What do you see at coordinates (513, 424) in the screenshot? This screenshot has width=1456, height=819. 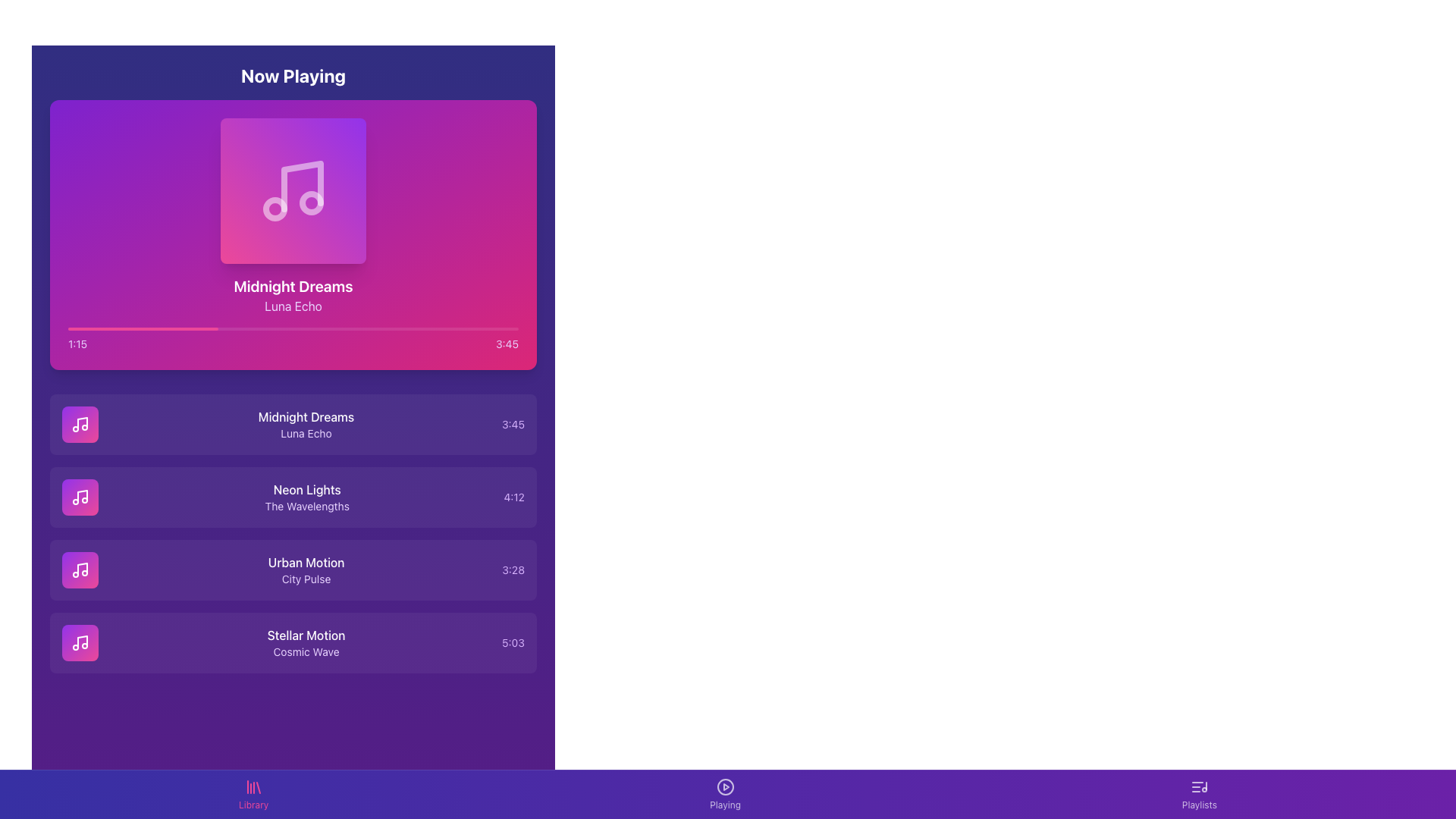 I see `the text label displaying '3:45' that is styled with a small font size and purple color, located at the far right of the song entry for 'Midnight Dreams' by 'Luna Echo'` at bounding box center [513, 424].